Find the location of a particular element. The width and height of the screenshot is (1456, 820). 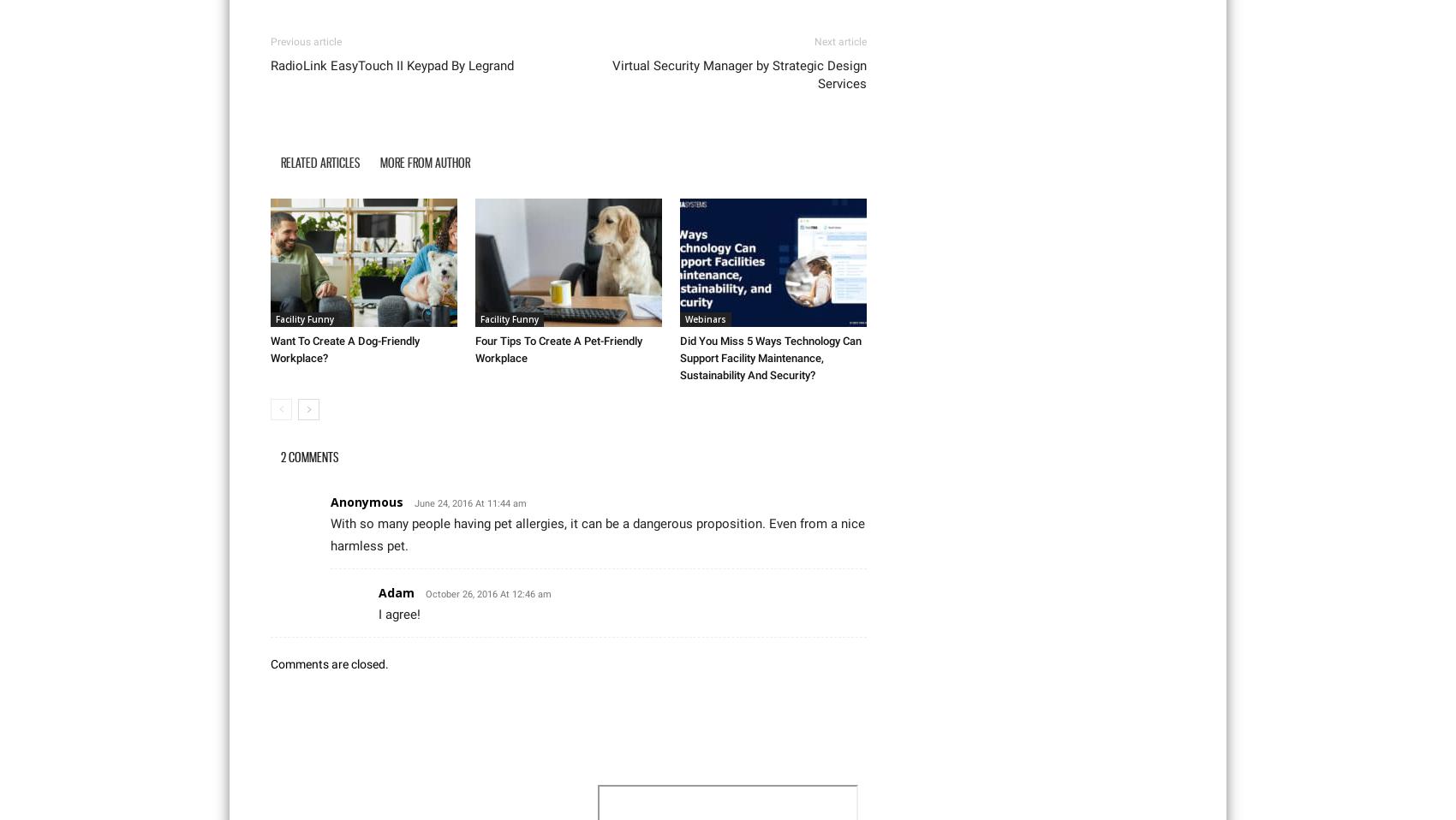

'2 COMMENTS' is located at coordinates (308, 455).